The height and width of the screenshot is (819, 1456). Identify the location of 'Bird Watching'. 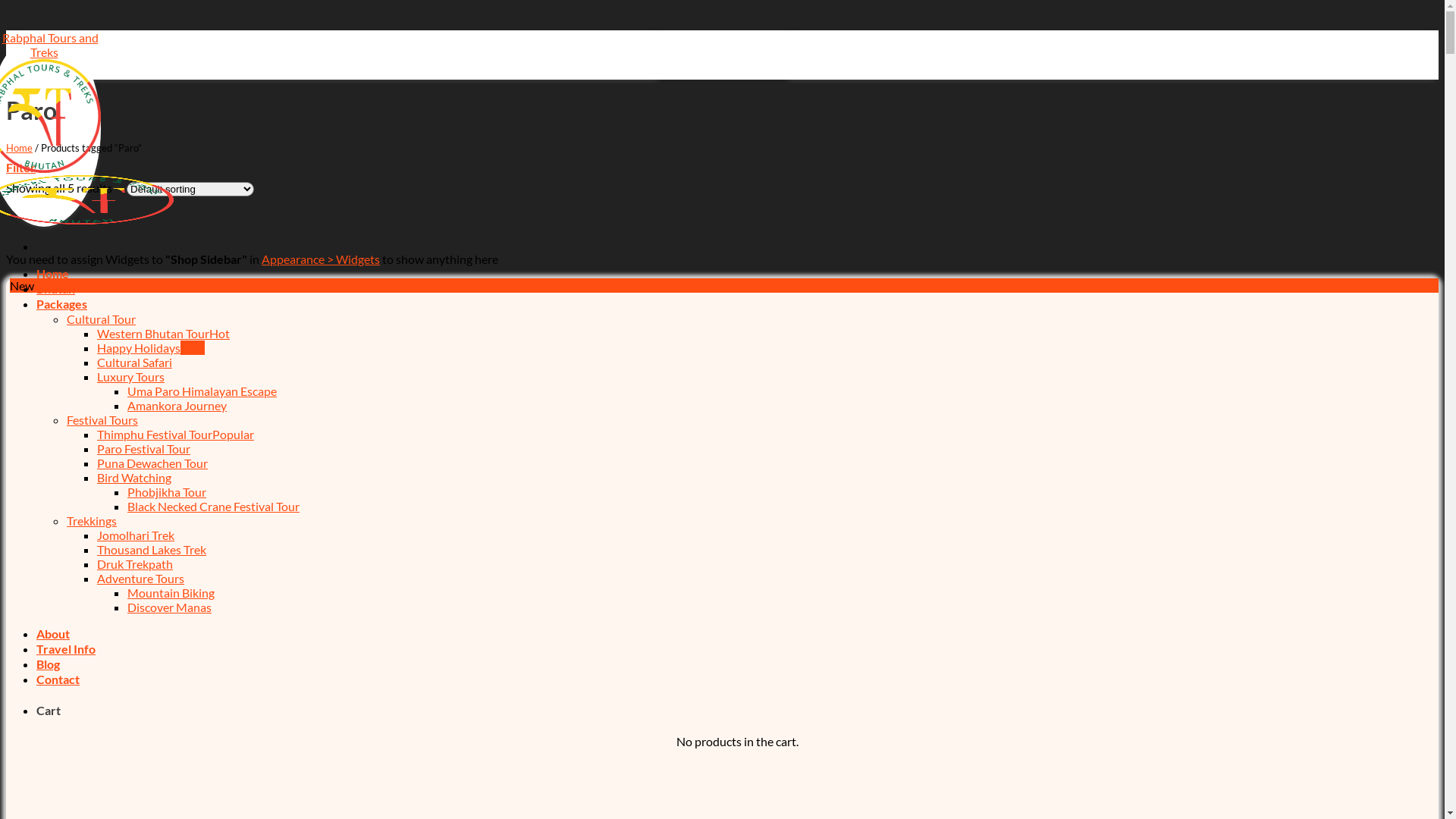
(134, 476).